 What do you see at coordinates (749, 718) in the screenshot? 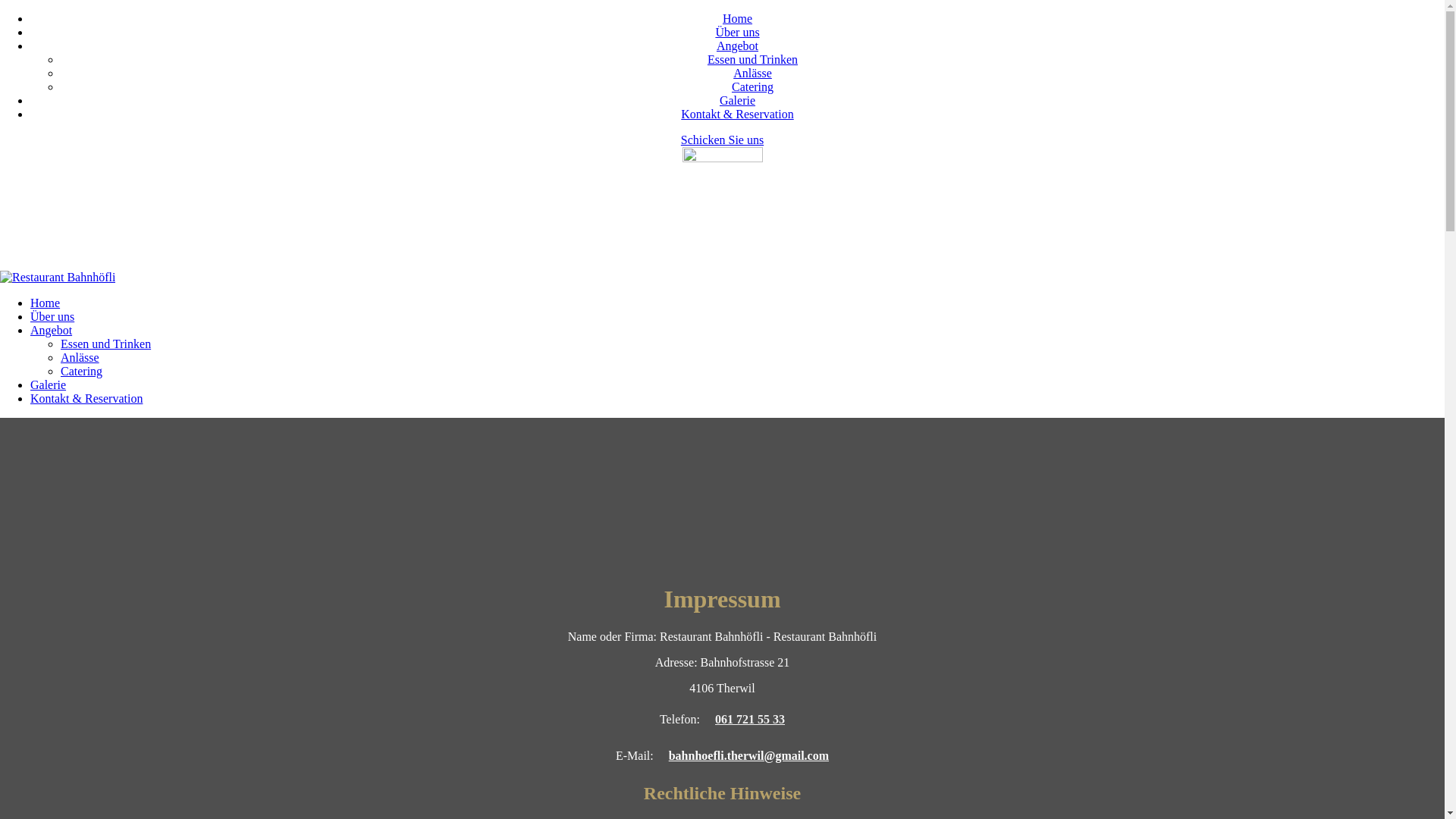
I see `'061 721 55 33'` at bounding box center [749, 718].